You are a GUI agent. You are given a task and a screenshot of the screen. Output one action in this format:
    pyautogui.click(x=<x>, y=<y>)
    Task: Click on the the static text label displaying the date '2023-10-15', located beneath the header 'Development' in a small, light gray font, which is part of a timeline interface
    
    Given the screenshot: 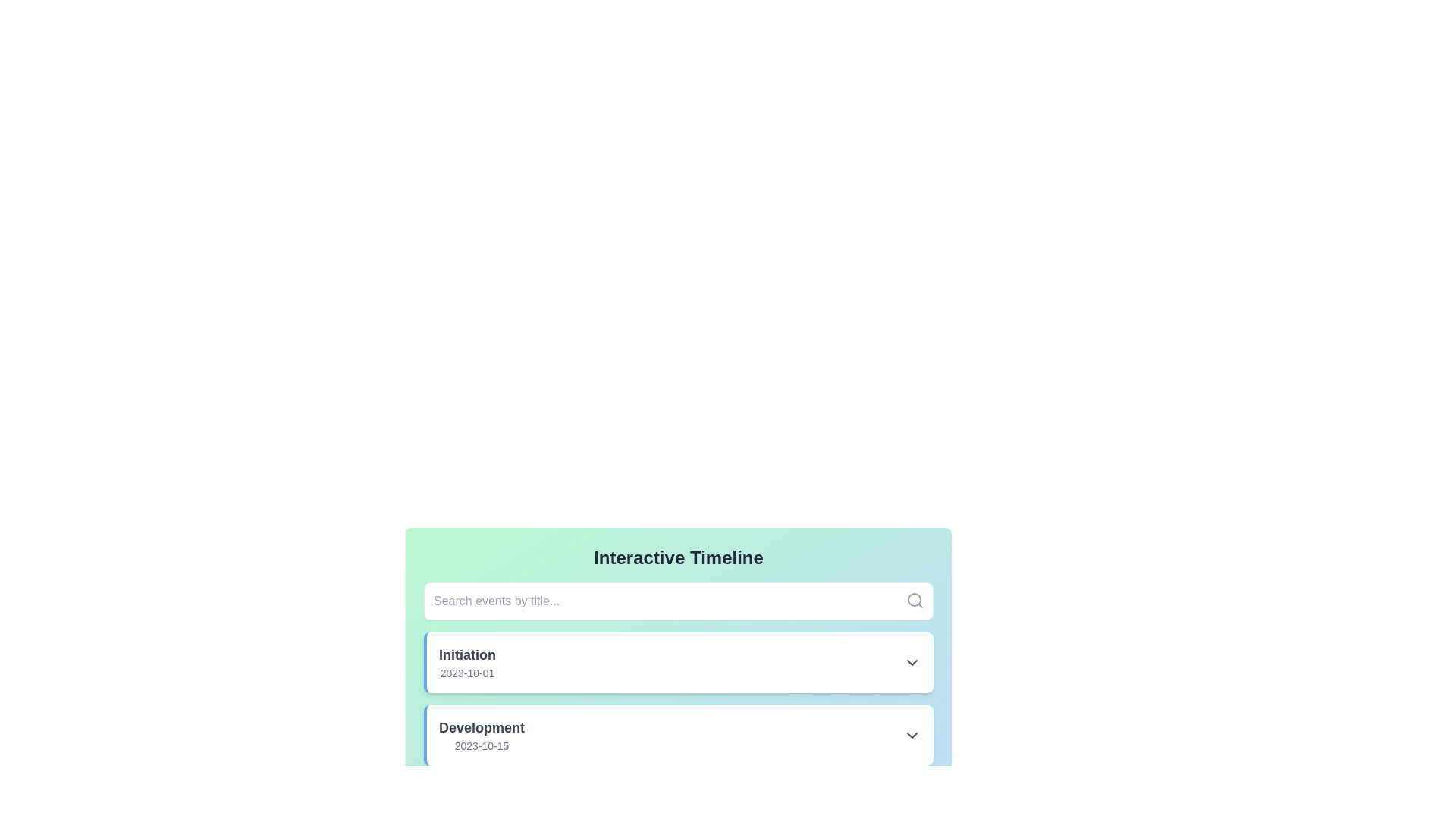 What is the action you would take?
    pyautogui.click(x=481, y=745)
    